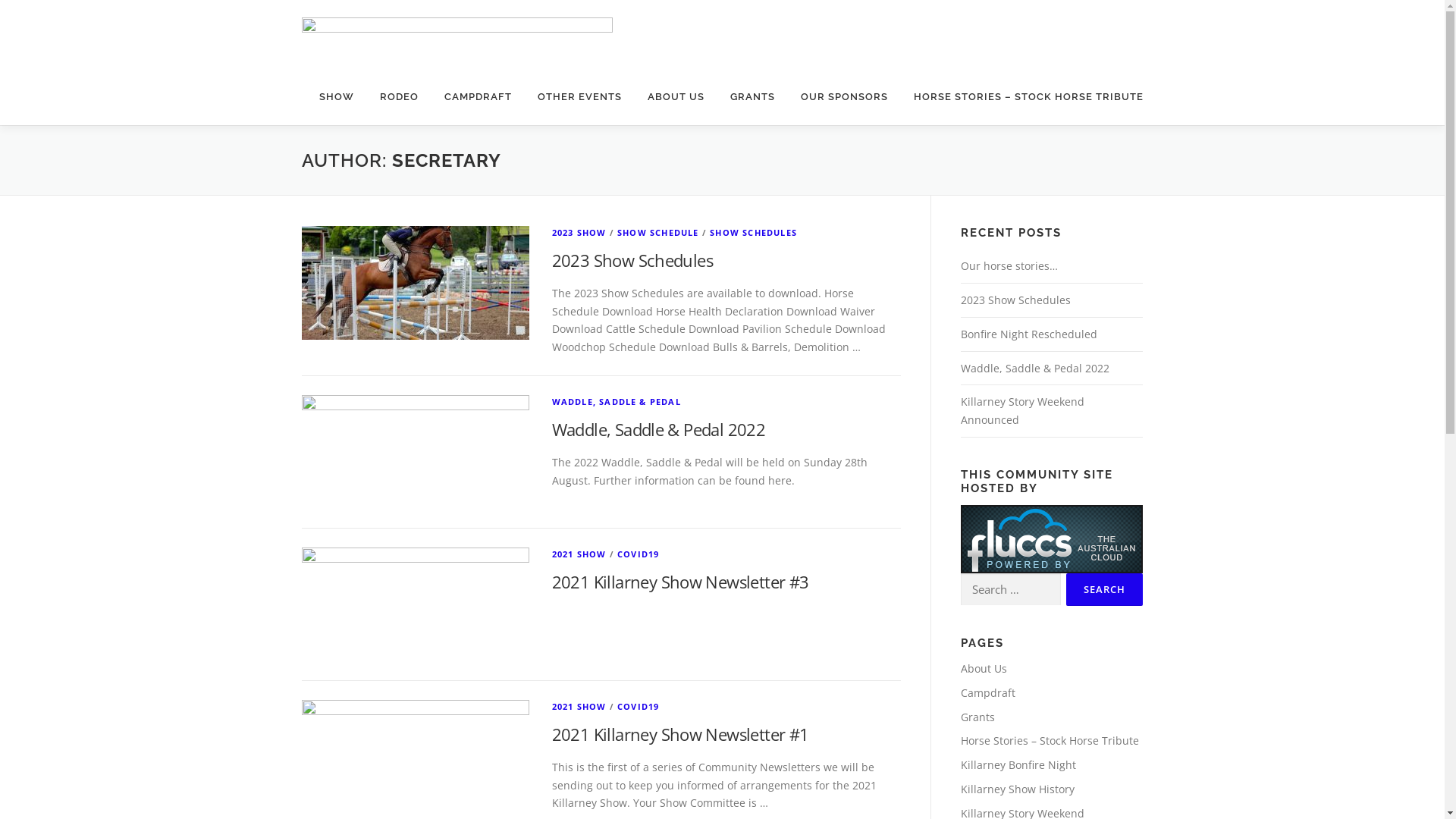 This screenshot has height=819, width=1456. What do you see at coordinates (1018, 764) in the screenshot?
I see `'Killarney Bonfire Night'` at bounding box center [1018, 764].